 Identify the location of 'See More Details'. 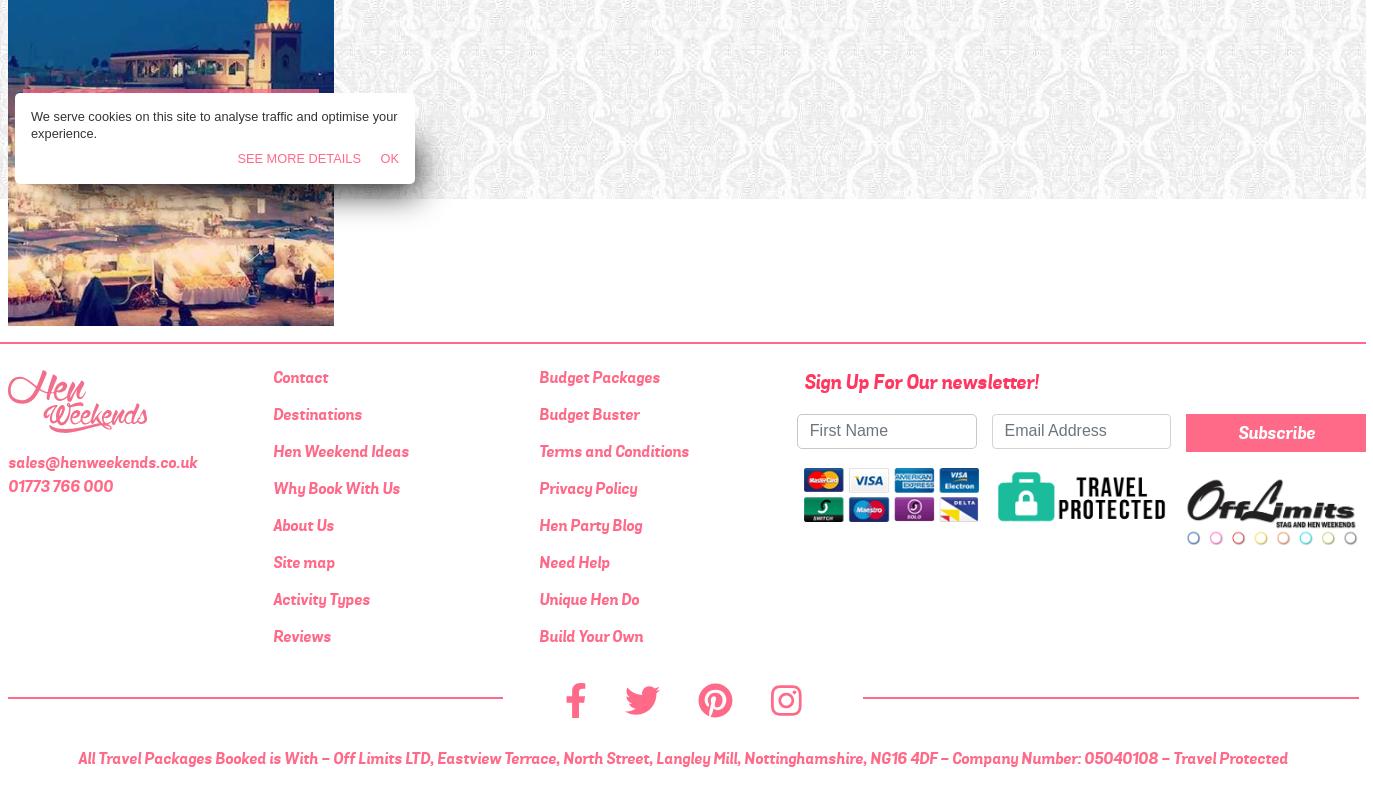
(235, 157).